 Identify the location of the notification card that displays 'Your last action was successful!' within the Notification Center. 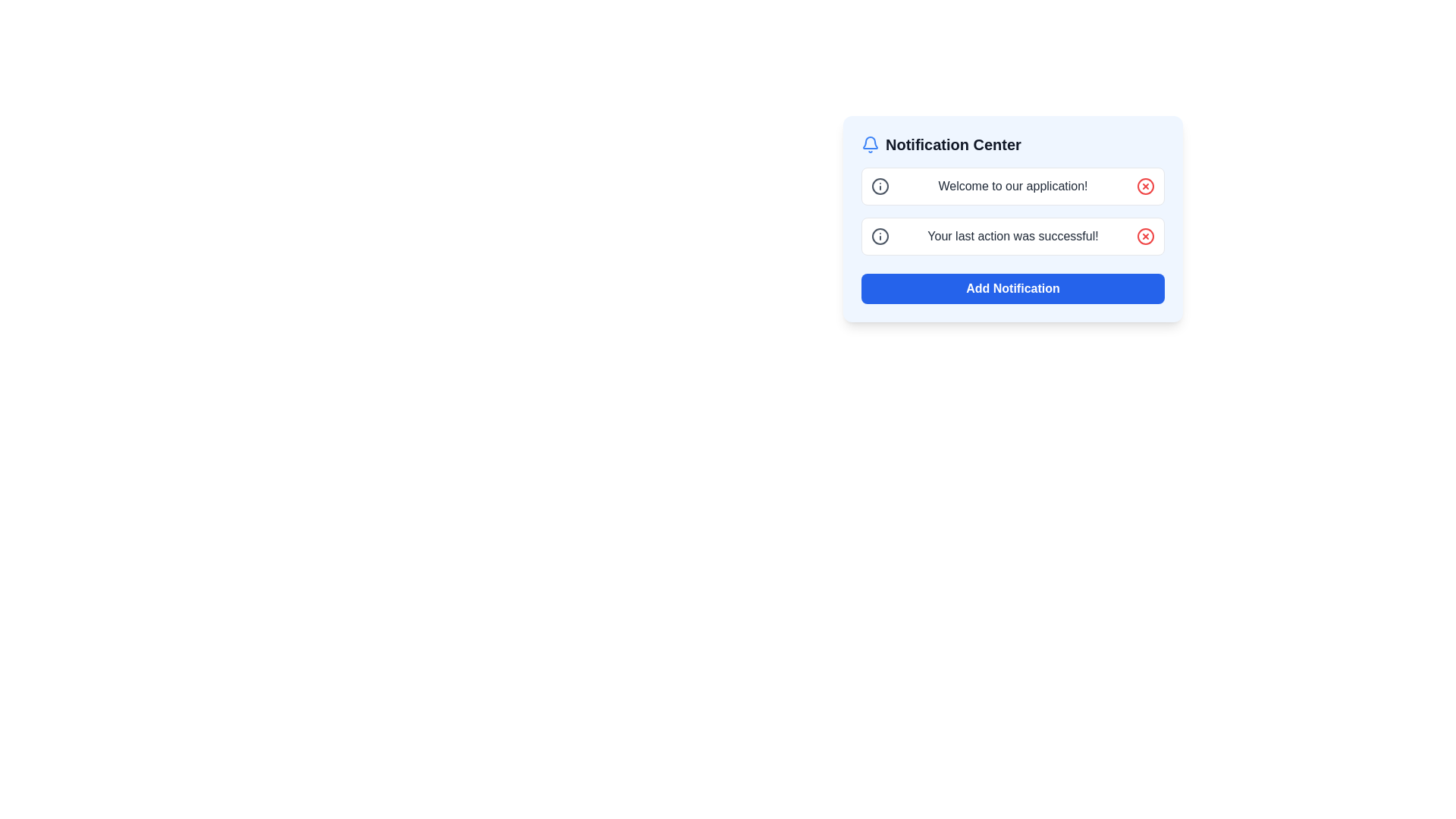
(1012, 237).